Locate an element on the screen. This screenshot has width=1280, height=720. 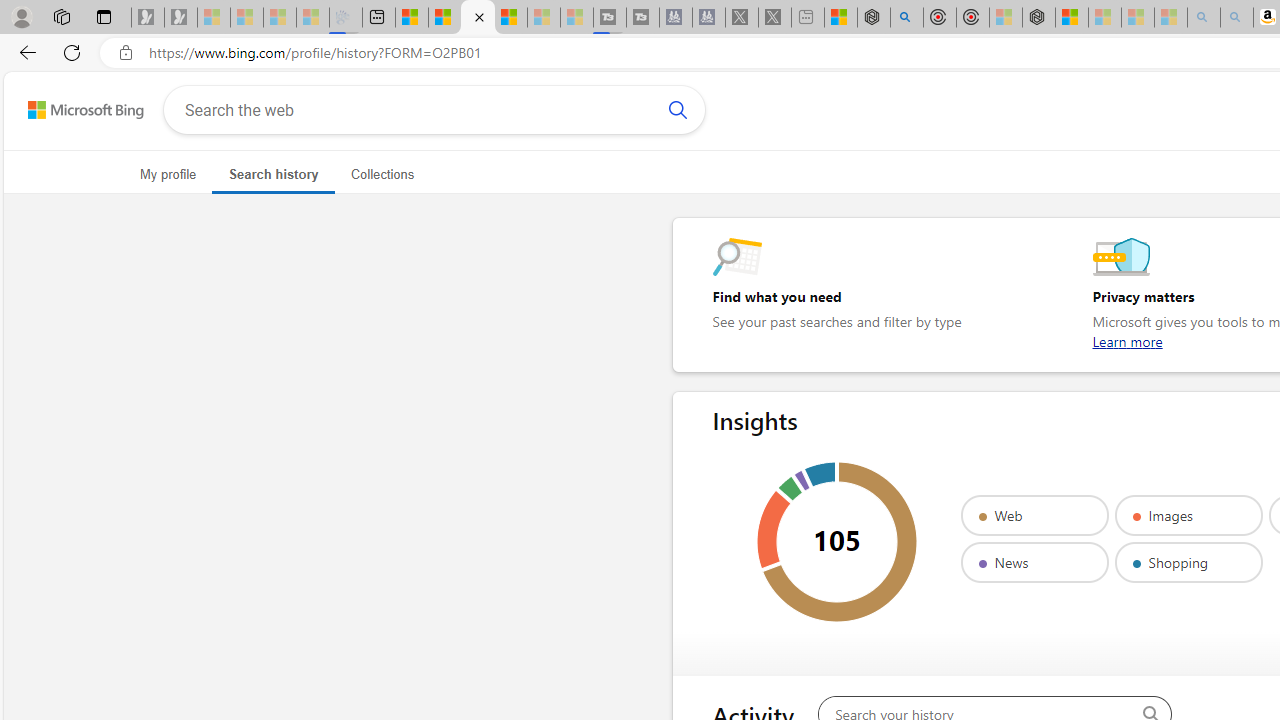
'Nordace - Nordace Siena Is Not An Ordinary Backpack' is located at coordinates (1038, 17).